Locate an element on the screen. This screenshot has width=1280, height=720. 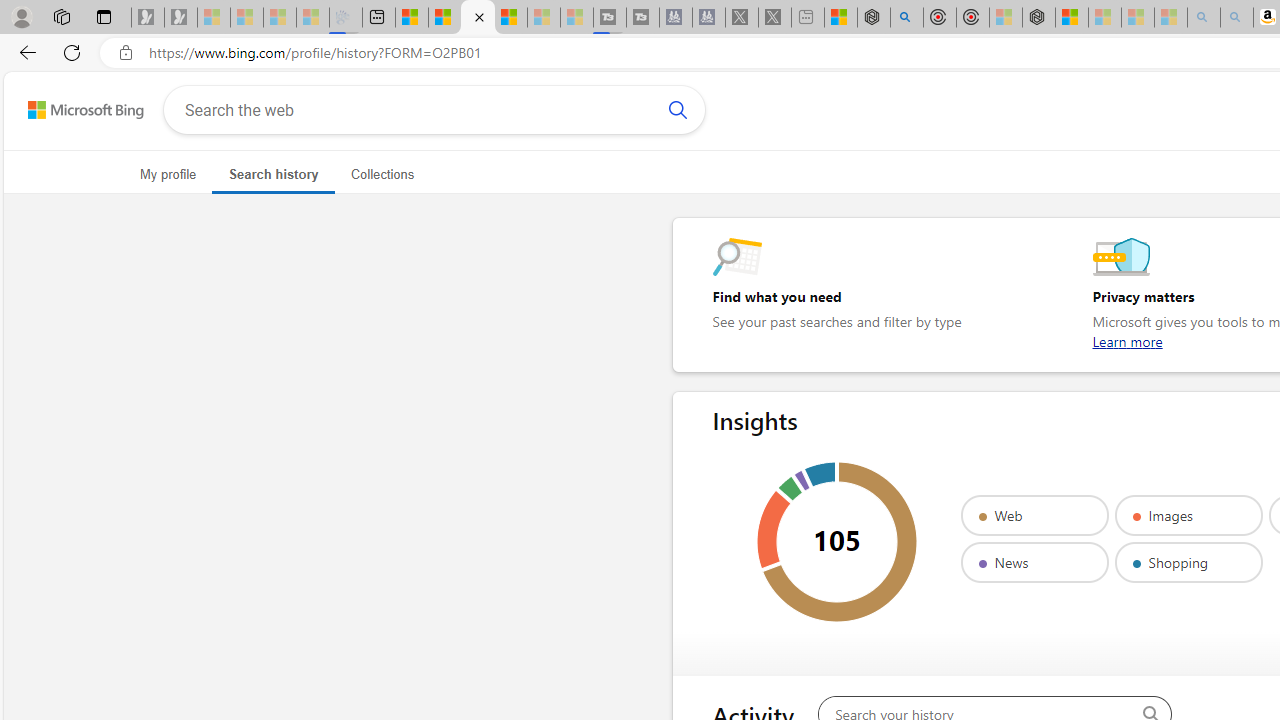
'Nordace - Nordace Siena Is Not An Ordinary Backpack' is located at coordinates (1038, 17).